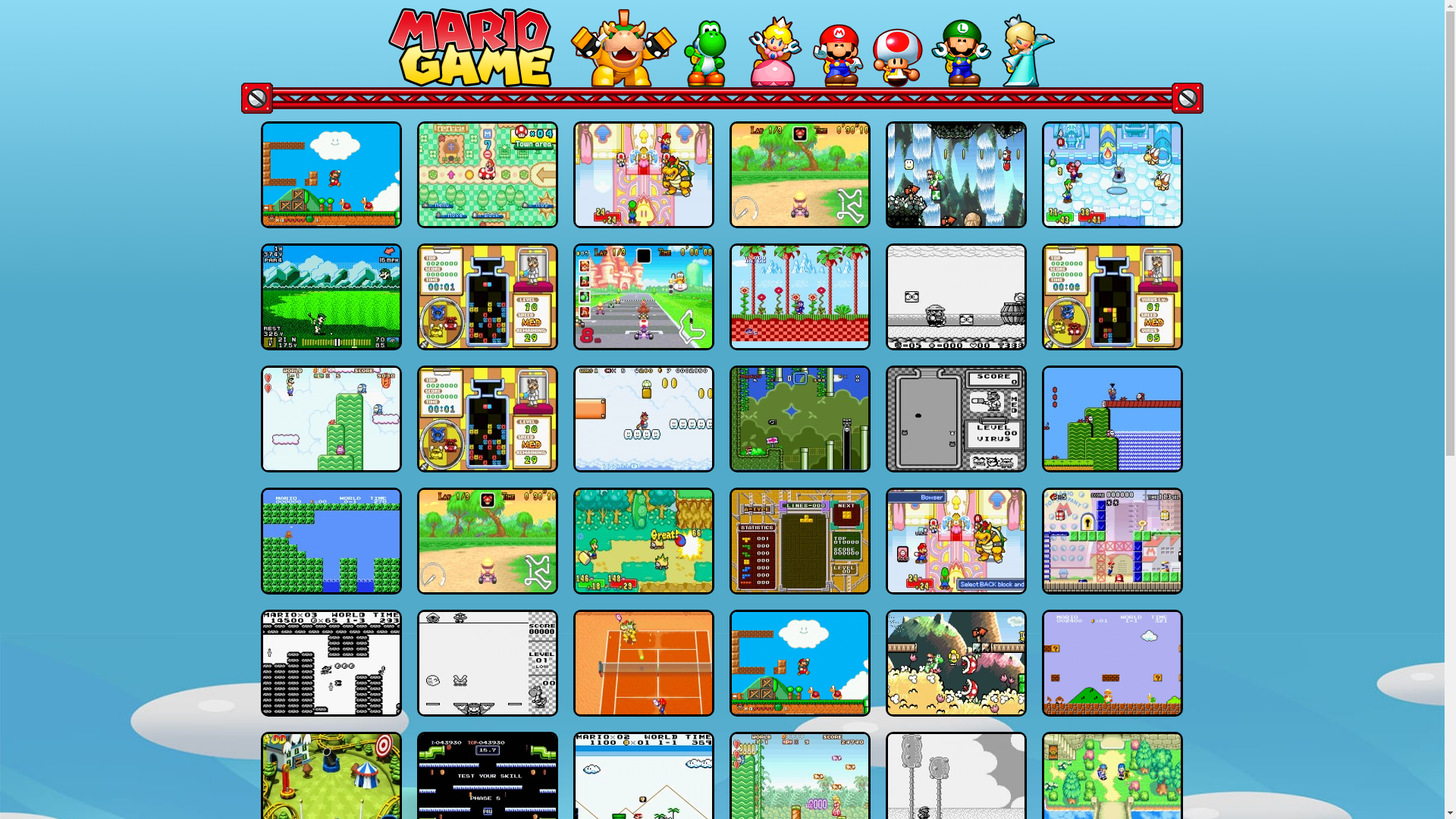  What do you see at coordinates (644, 538) in the screenshot?
I see `'Mario & Luigi RPG'` at bounding box center [644, 538].